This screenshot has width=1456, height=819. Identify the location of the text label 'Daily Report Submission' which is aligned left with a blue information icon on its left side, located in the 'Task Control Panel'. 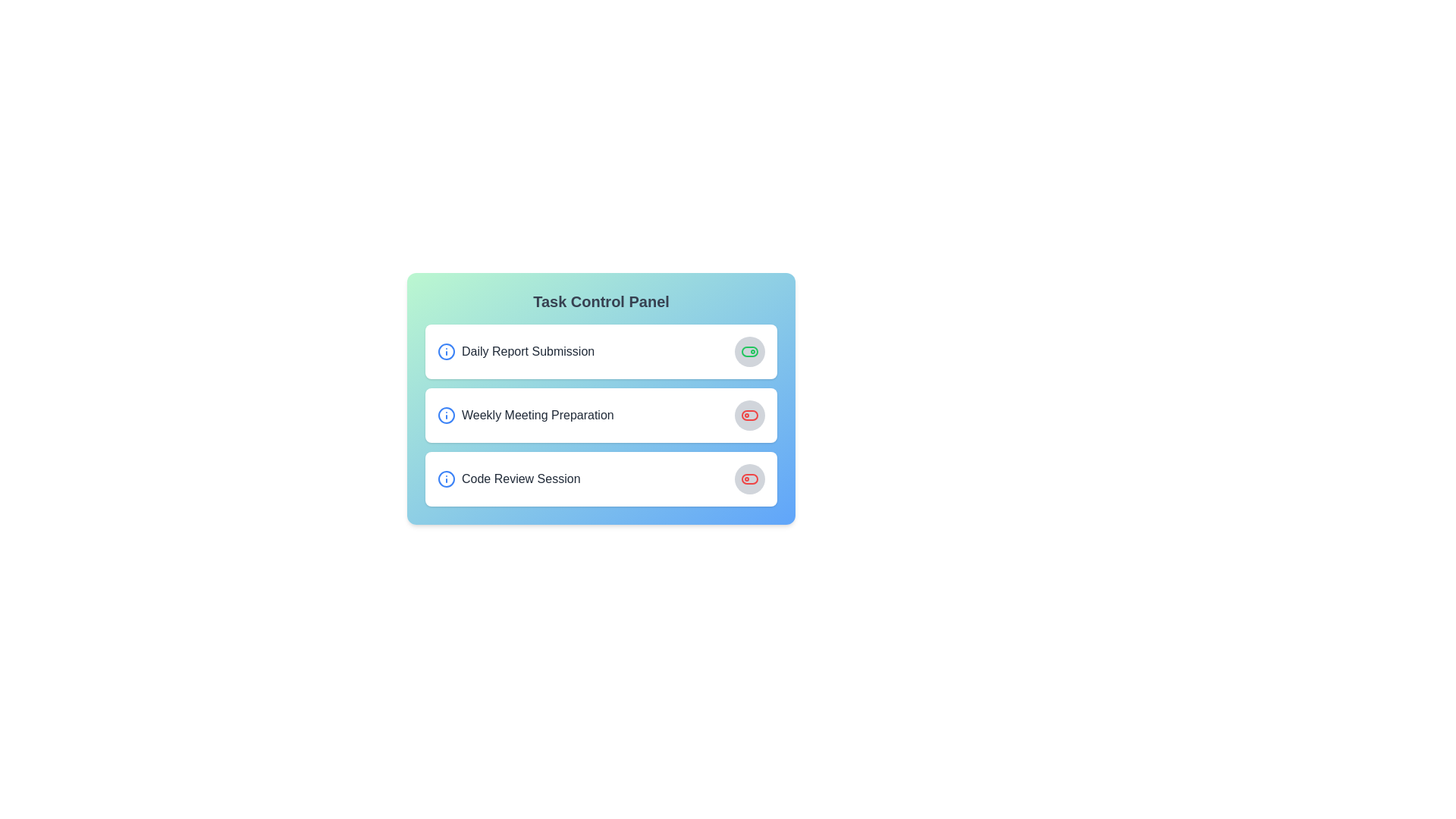
(516, 351).